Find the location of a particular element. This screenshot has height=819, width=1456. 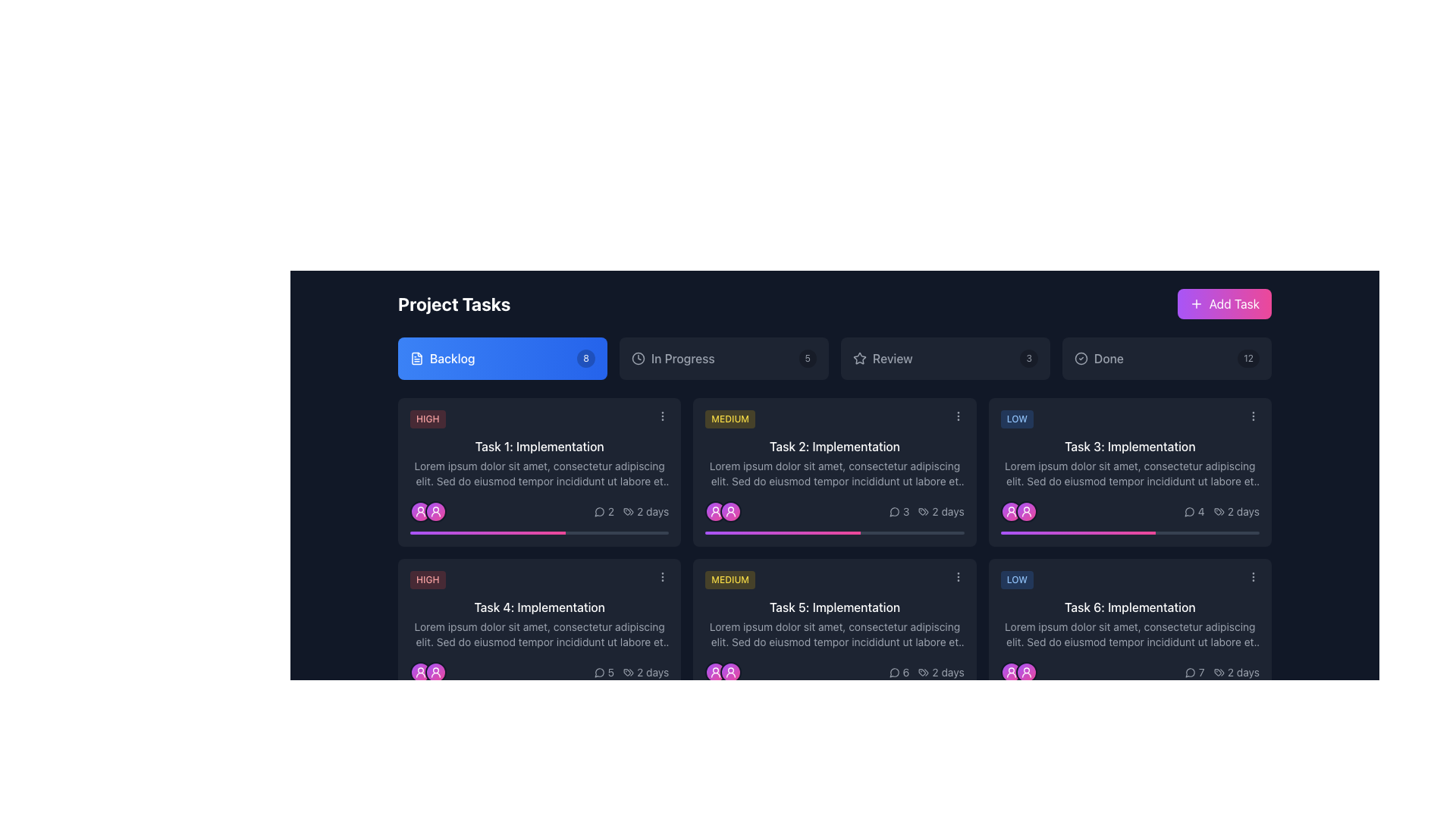

the user avatar group representing assigned users for 'Task 1: Implementation' in the 'Backlog' section is located at coordinates (428, 512).